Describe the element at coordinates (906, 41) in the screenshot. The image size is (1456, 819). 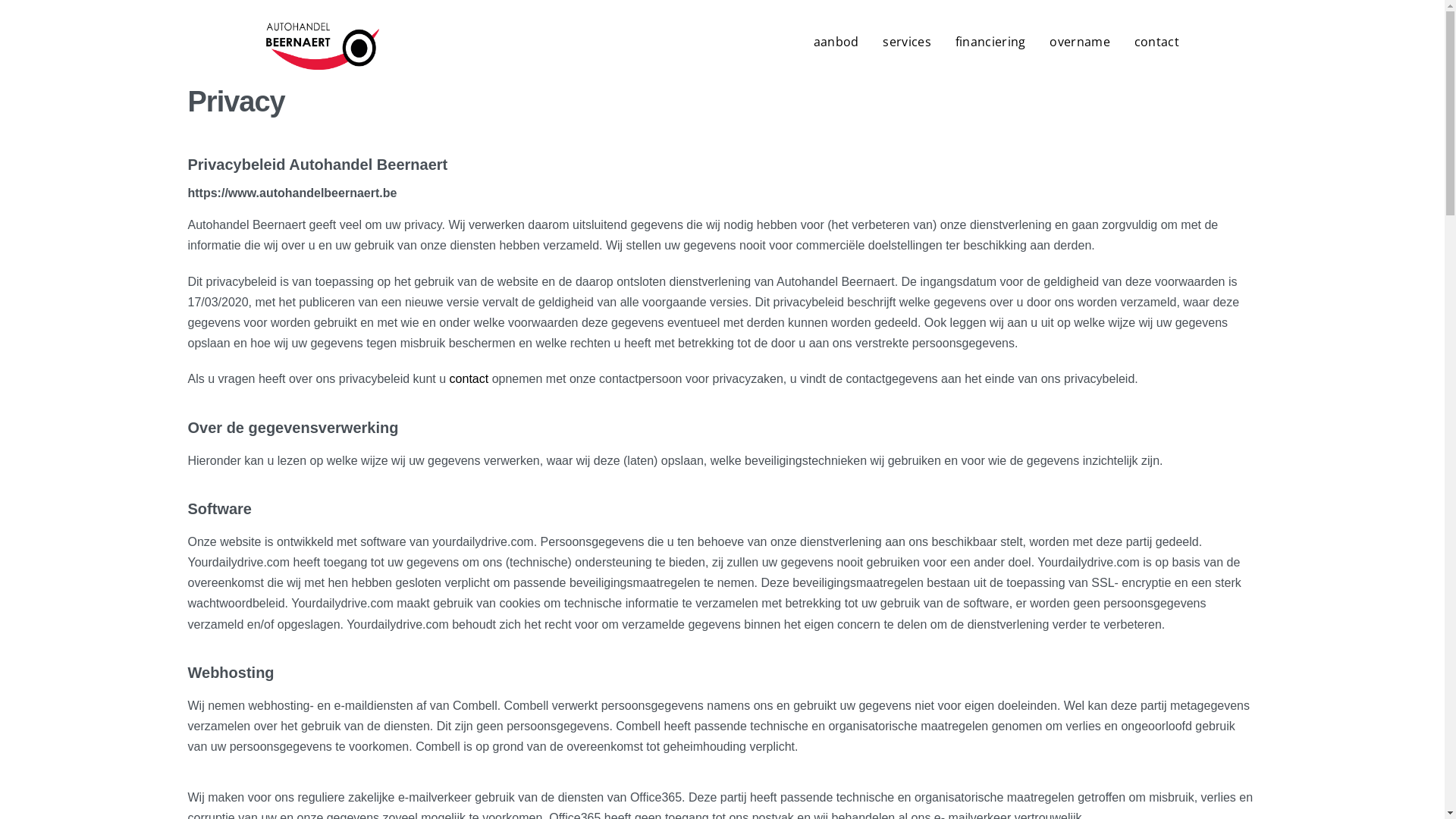
I see `'services'` at that location.